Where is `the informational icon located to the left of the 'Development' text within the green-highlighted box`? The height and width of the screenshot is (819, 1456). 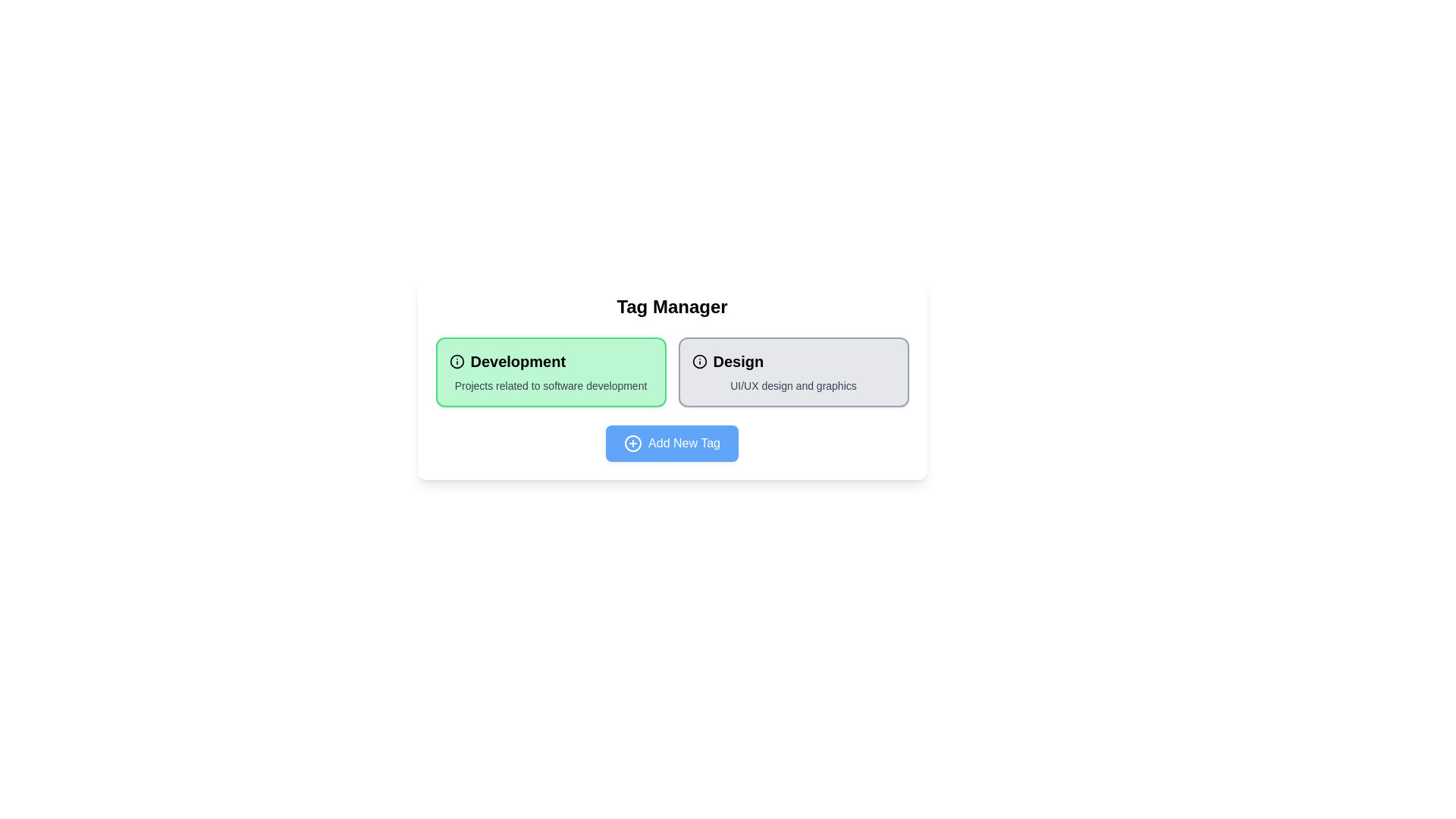
the informational icon located to the left of the 'Development' text within the green-highlighted box is located at coordinates (456, 362).